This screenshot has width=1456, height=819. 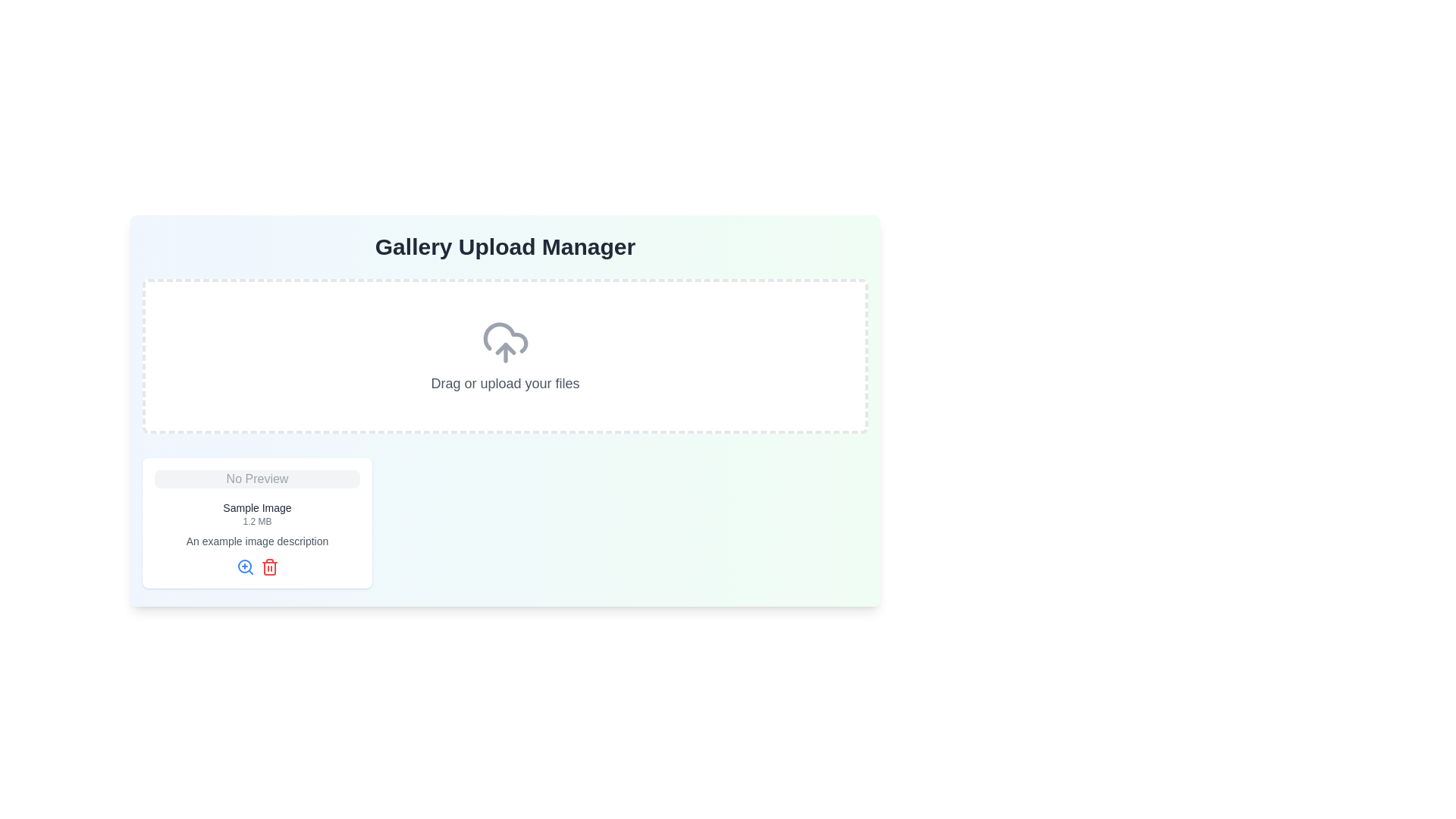 I want to click on the magnifying glass icon on the left of the horizontal icon group to zoom in, so click(x=257, y=567).